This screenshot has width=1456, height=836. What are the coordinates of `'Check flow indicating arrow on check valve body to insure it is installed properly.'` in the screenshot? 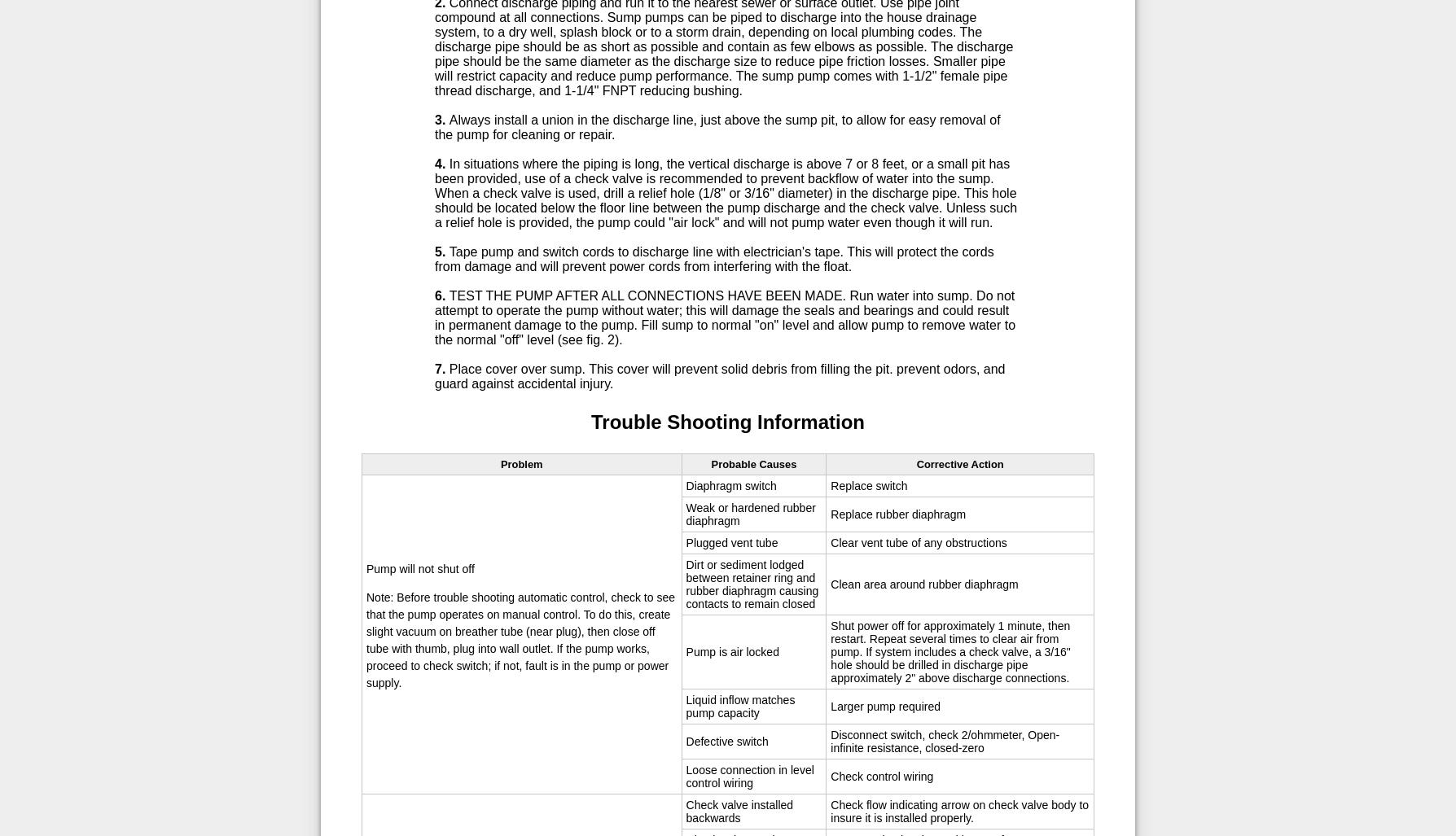 It's located at (958, 809).